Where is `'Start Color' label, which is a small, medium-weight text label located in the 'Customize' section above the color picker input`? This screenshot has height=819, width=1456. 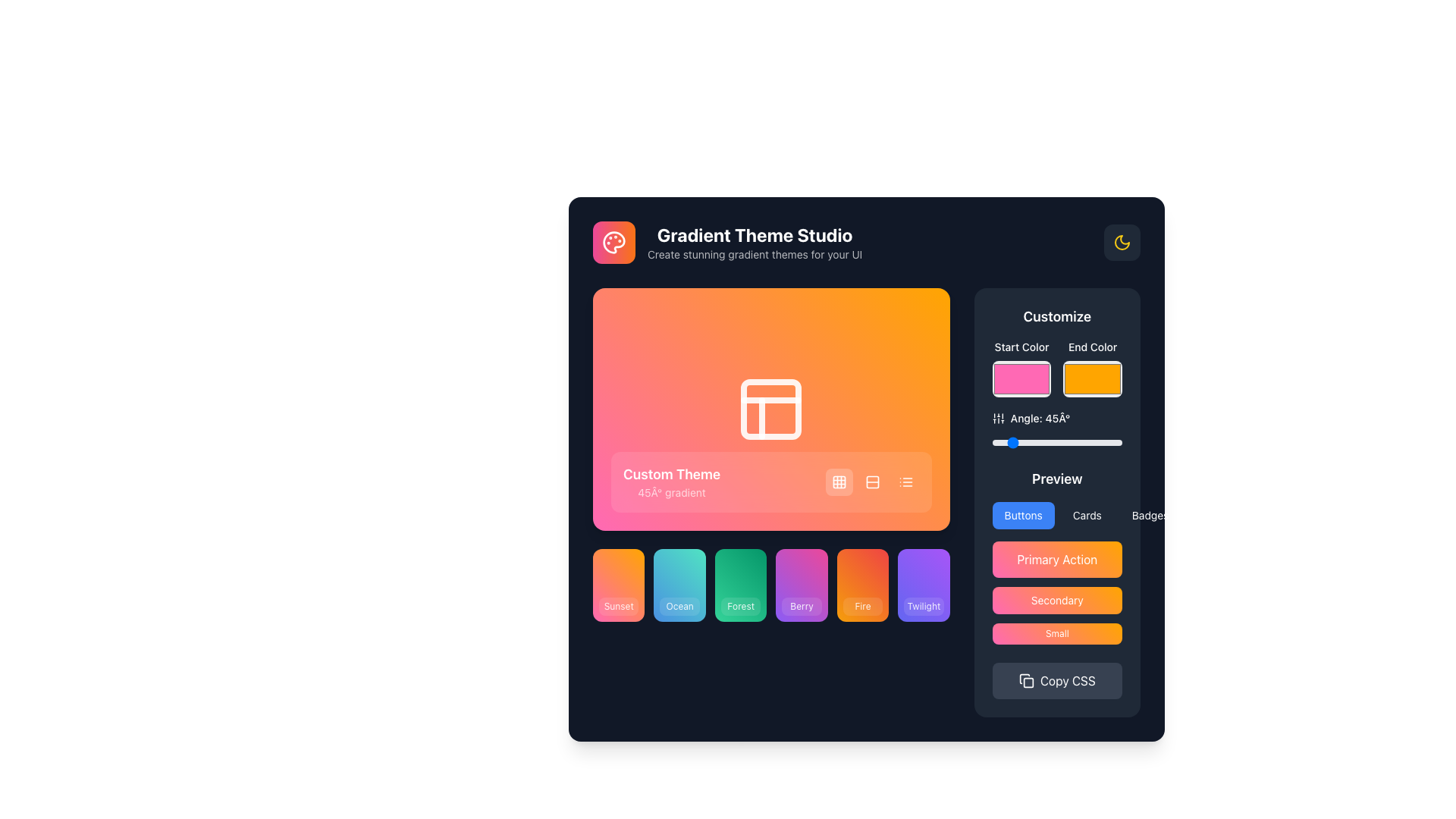
'Start Color' label, which is a small, medium-weight text label located in the 'Customize' section above the color picker input is located at coordinates (1021, 347).